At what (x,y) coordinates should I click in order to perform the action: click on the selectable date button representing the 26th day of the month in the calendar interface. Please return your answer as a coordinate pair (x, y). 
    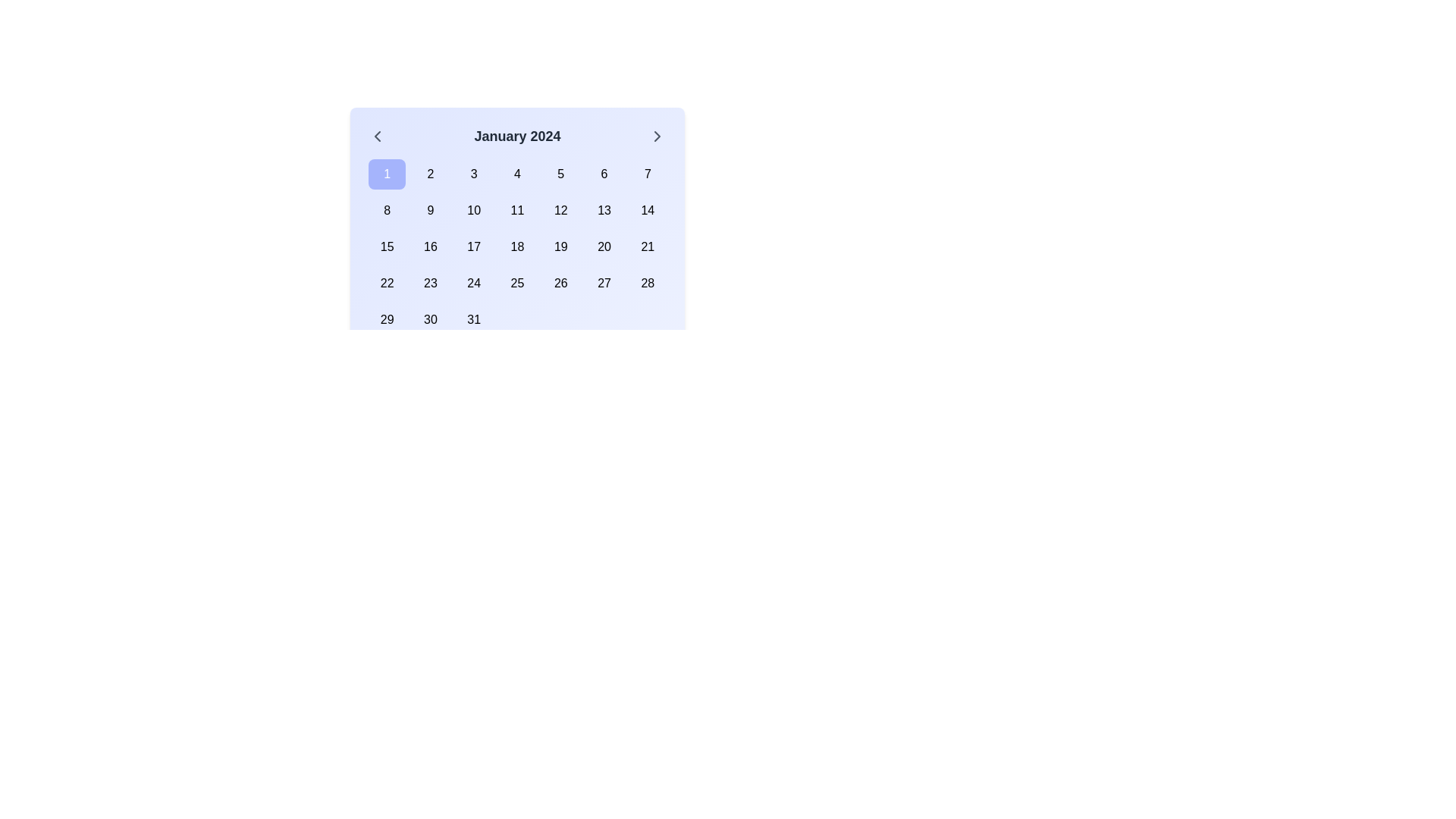
    Looking at the image, I should click on (560, 284).